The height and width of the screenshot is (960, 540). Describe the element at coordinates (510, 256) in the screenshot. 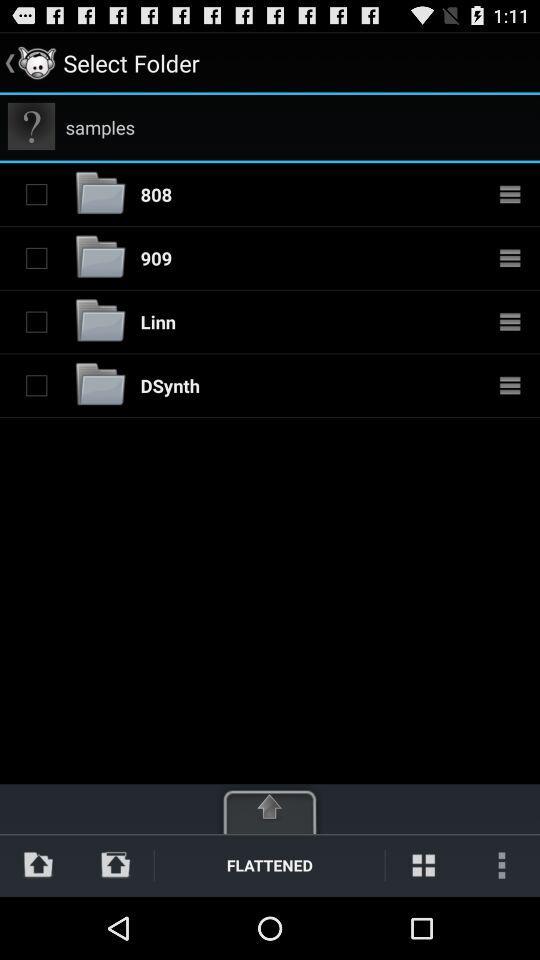

I see `folder options` at that location.